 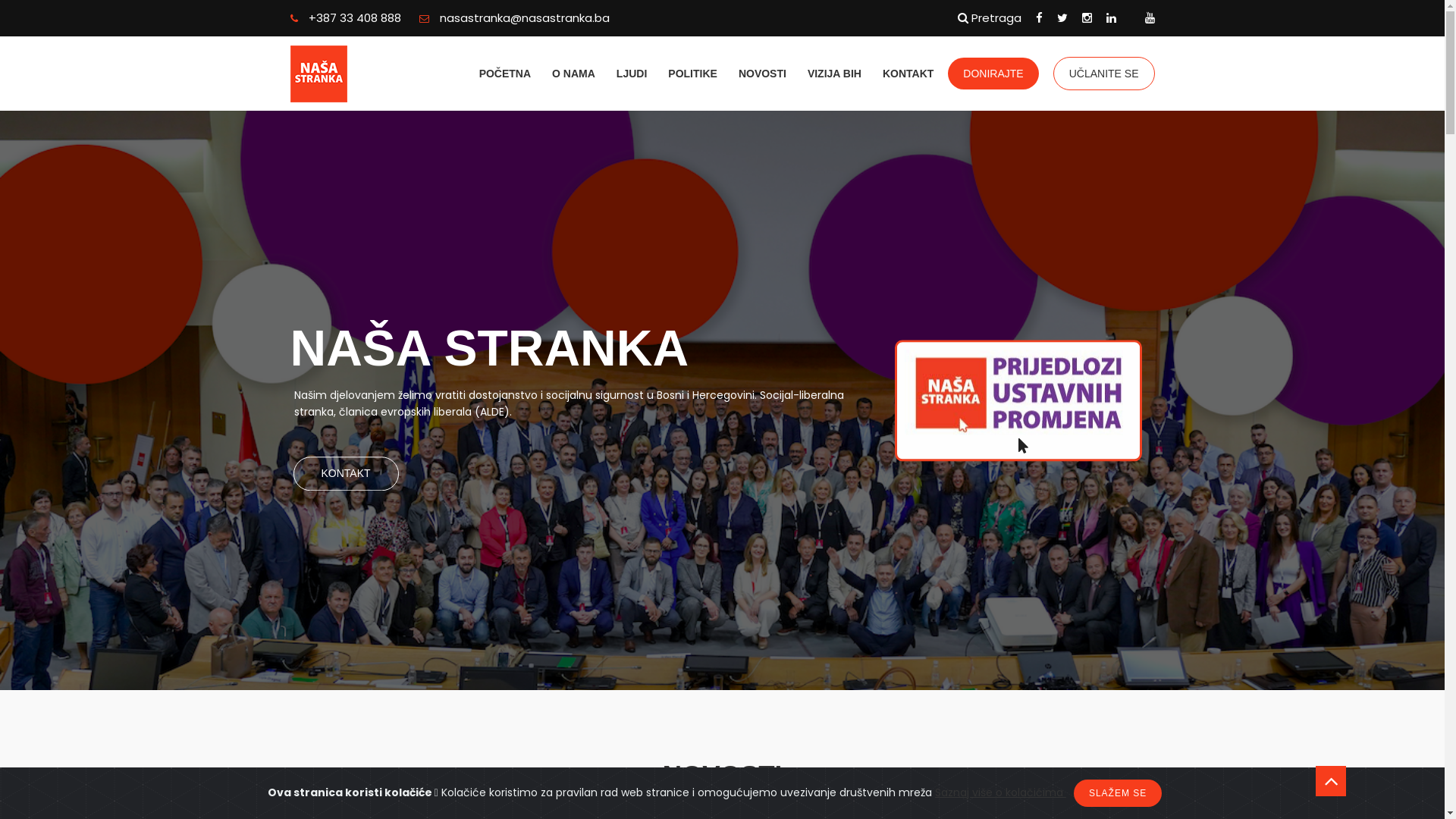 What do you see at coordinates (1038, 17) in the screenshot?
I see `'Facebook'` at bounding box center [1038, 17].